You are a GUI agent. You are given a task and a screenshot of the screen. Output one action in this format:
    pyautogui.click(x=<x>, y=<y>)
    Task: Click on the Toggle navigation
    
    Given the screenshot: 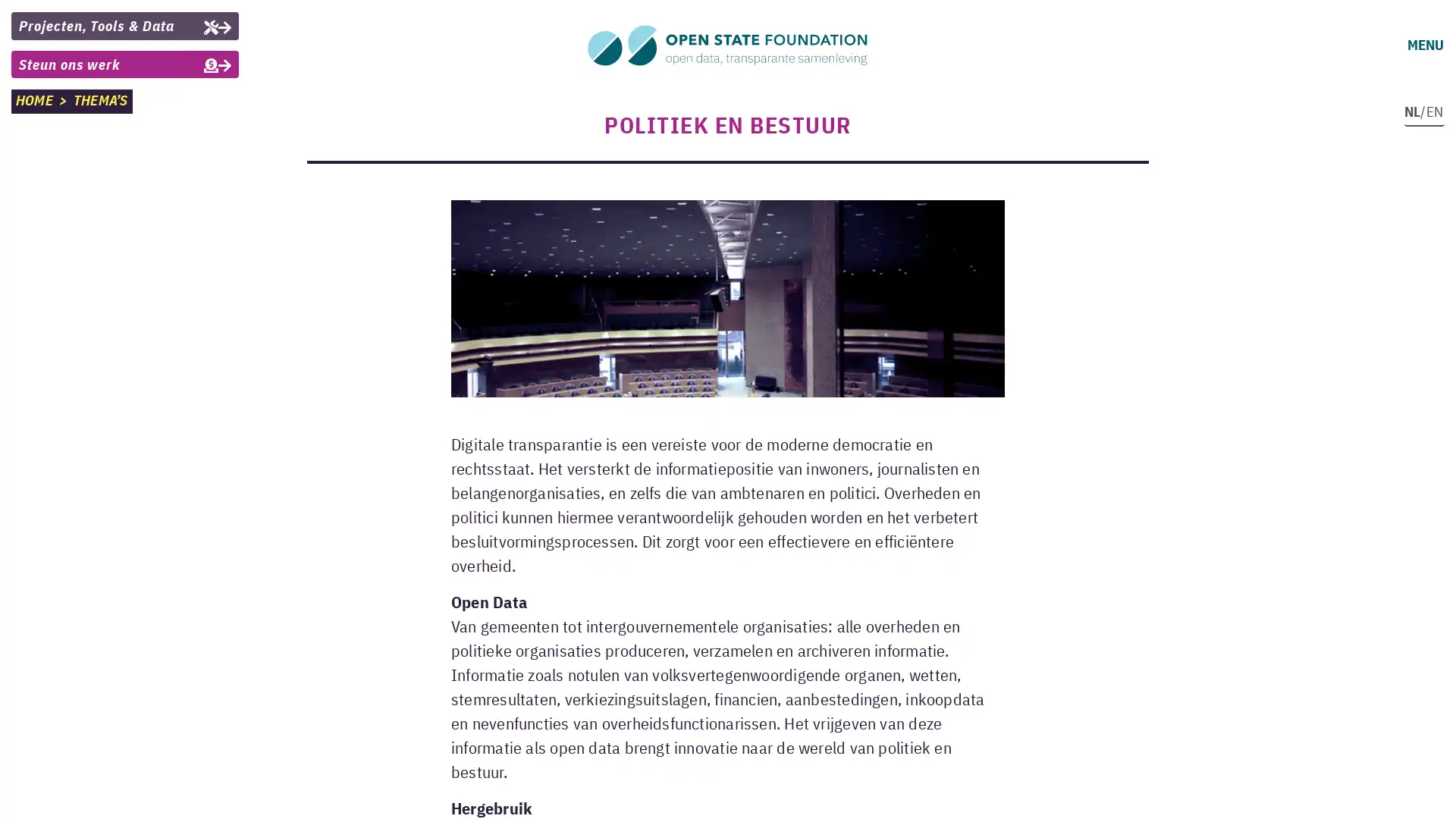 What is the action you would take?
    pyautogui.click(x=1423, y=45)
    